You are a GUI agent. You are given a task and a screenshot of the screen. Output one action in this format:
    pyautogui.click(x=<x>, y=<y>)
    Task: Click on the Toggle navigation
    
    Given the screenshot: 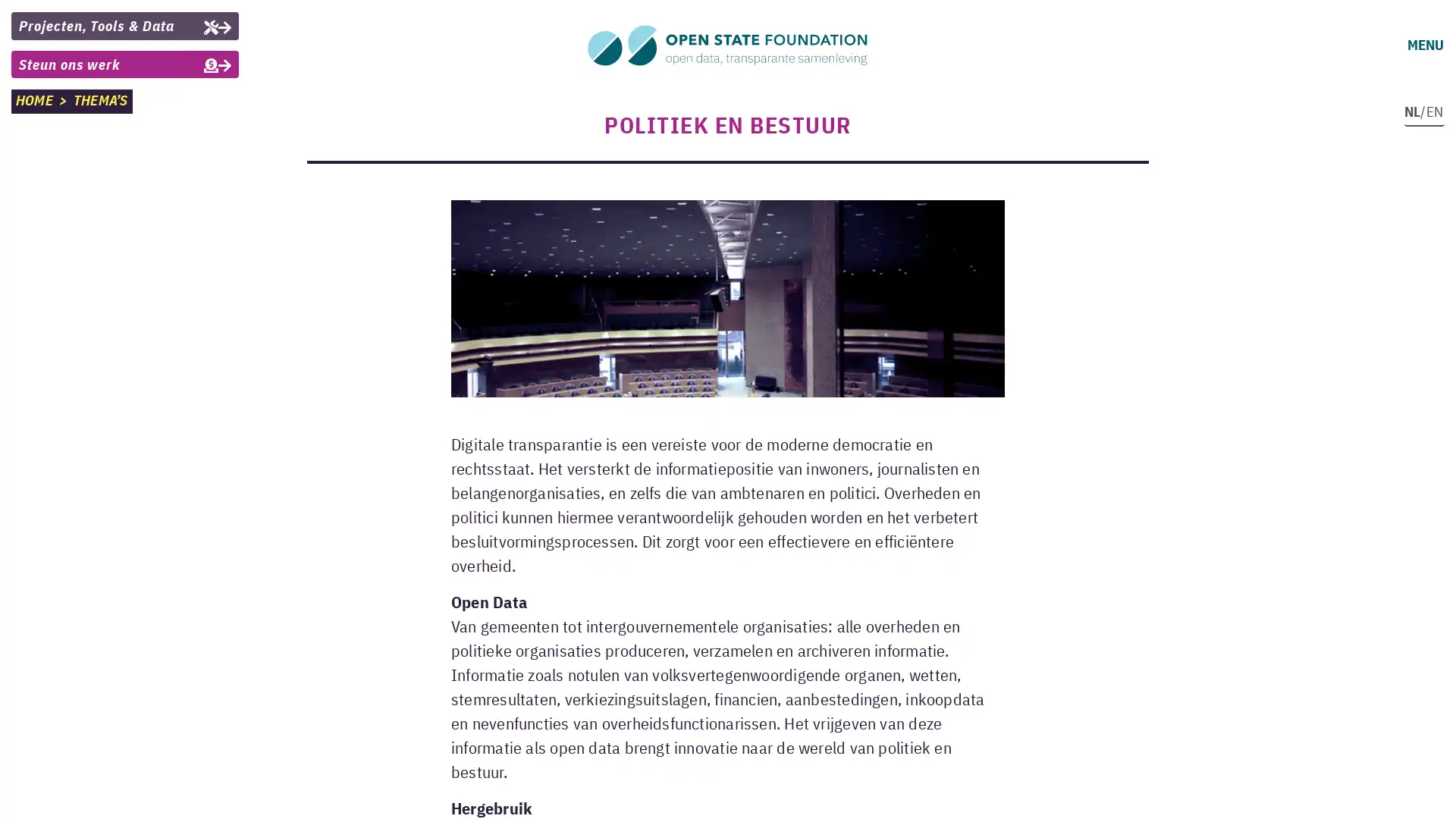 What is the action you would take?
    pyautogui.click(x=1423, y=45)
    